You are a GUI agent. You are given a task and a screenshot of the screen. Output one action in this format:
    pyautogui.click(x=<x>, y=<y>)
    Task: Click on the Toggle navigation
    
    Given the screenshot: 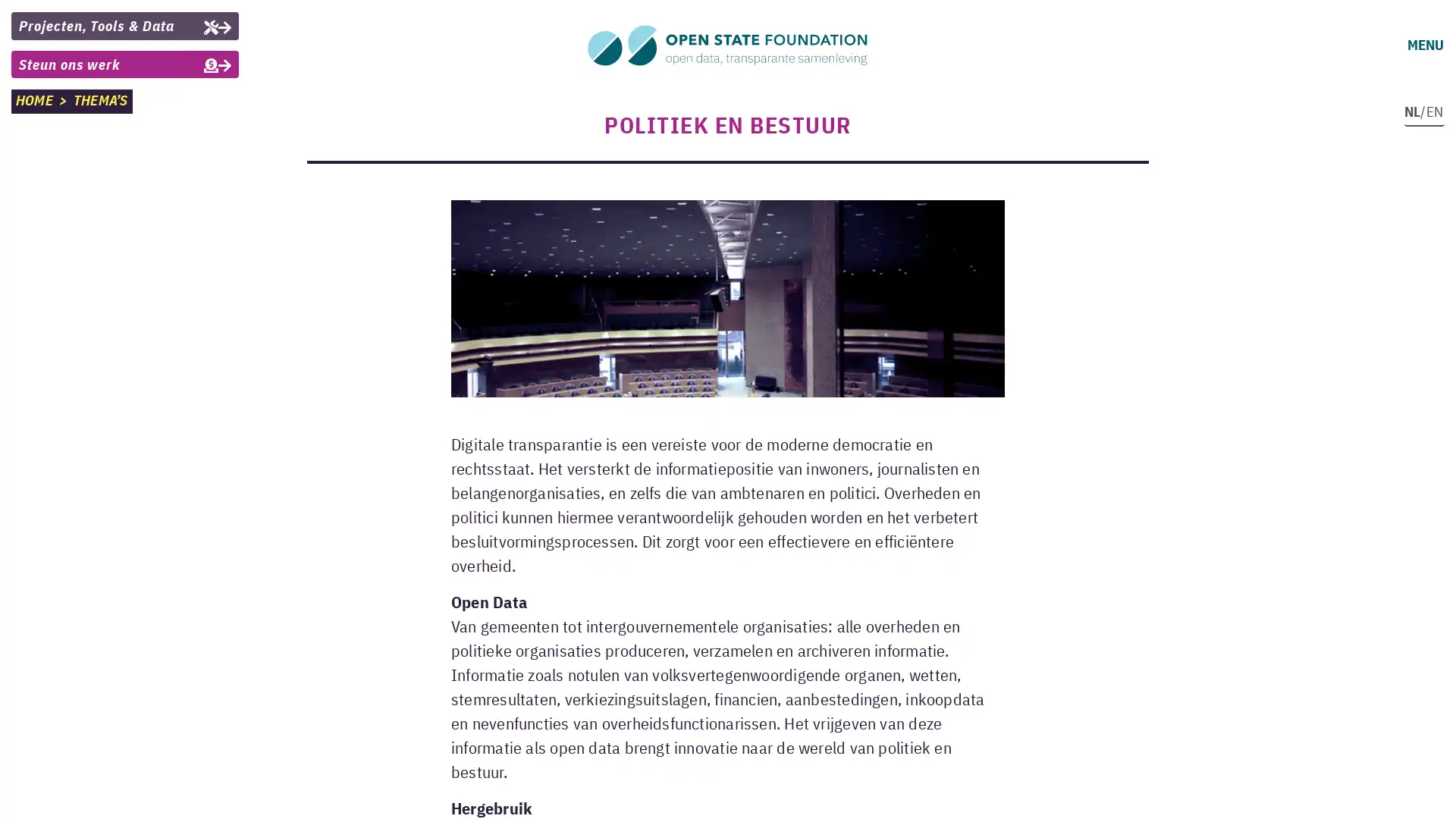 What is the action you would take?
    pyautogui.click(x=1423, y=45)
    